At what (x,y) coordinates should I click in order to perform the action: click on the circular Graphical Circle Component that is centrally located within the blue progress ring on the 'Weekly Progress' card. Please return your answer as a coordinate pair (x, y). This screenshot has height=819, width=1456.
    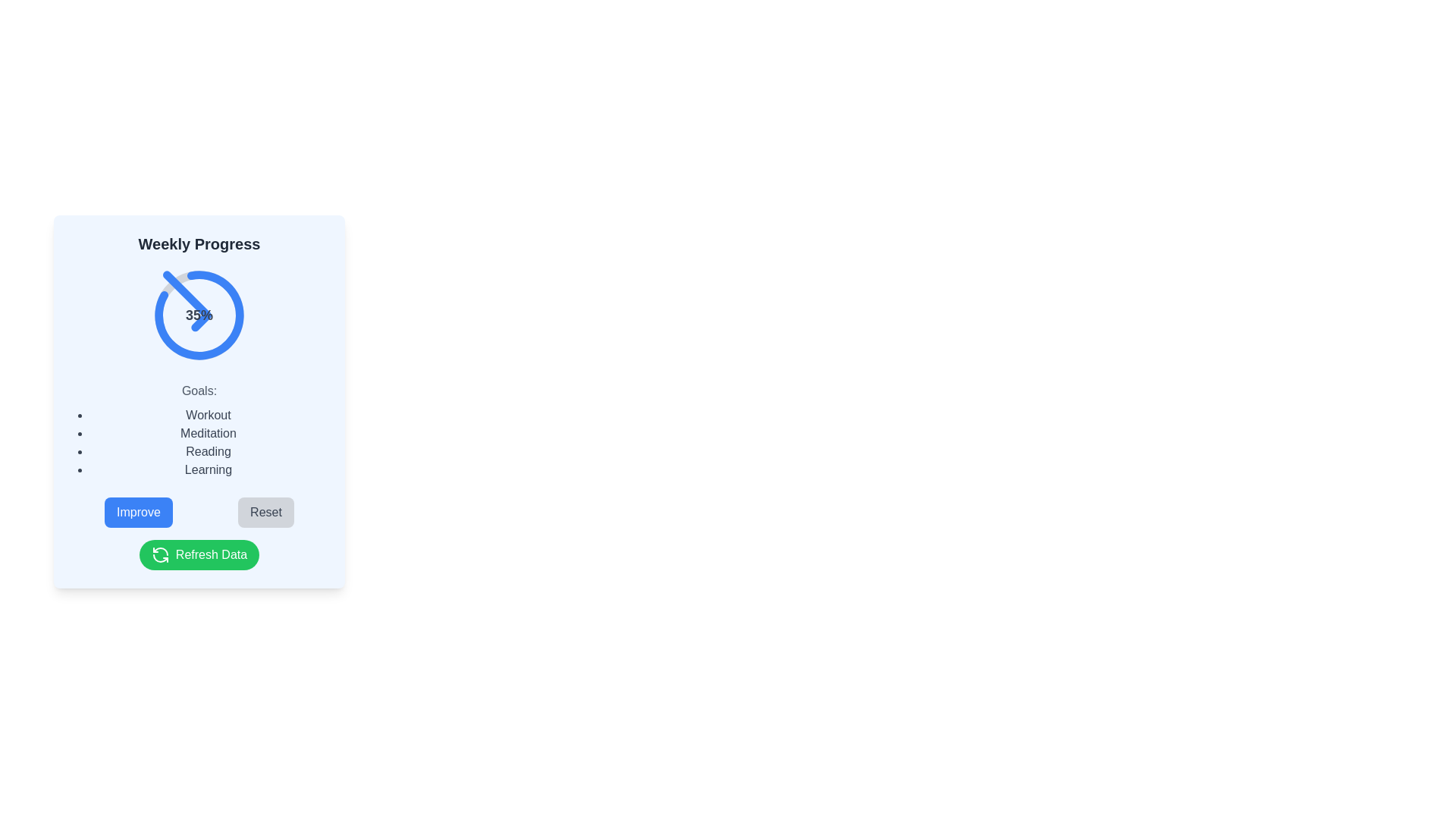
    Looking at the image, I should click on (199, 315).